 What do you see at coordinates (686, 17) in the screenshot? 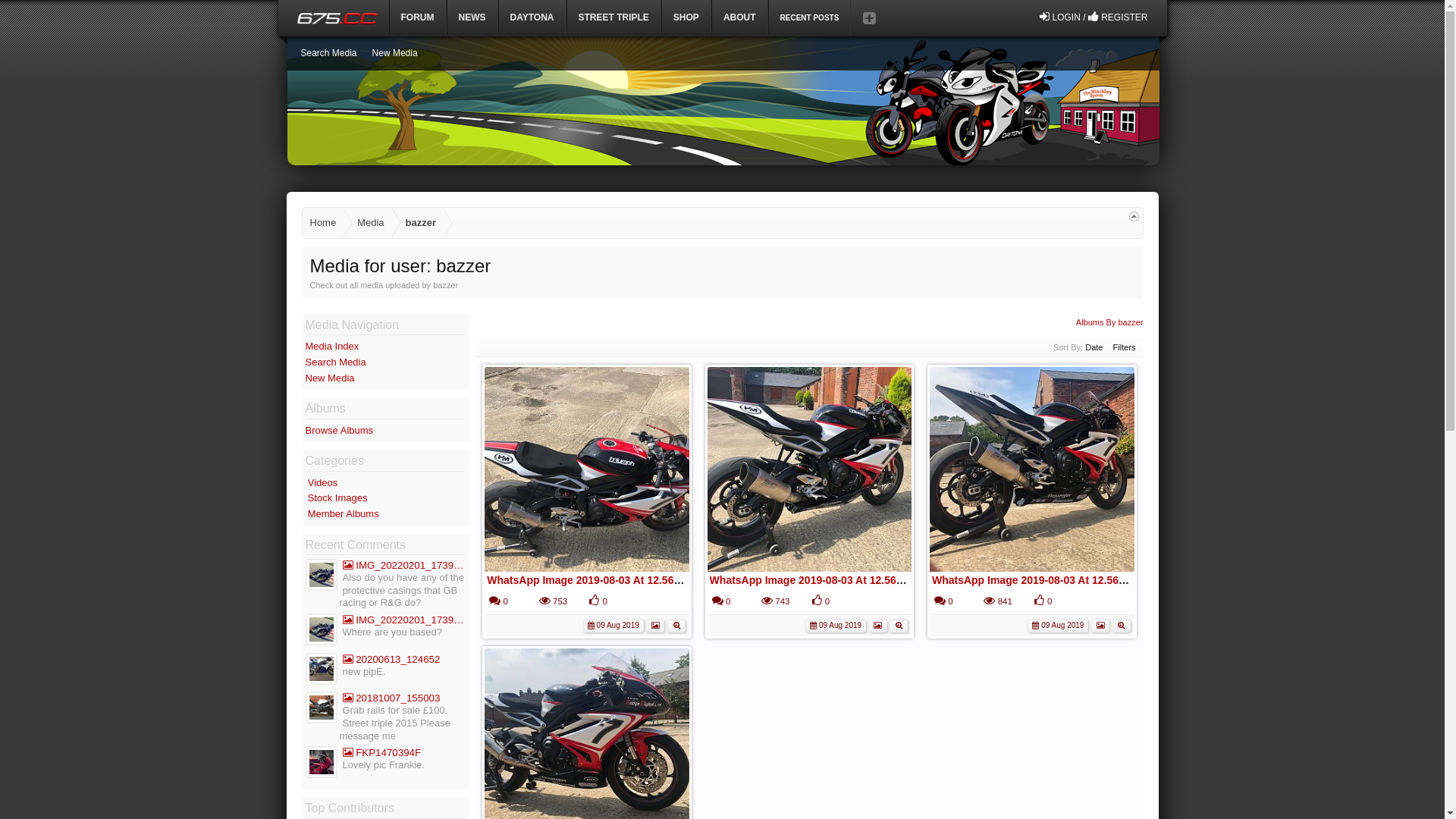
I see `'SHOP'` at bounding box center [686, 17].